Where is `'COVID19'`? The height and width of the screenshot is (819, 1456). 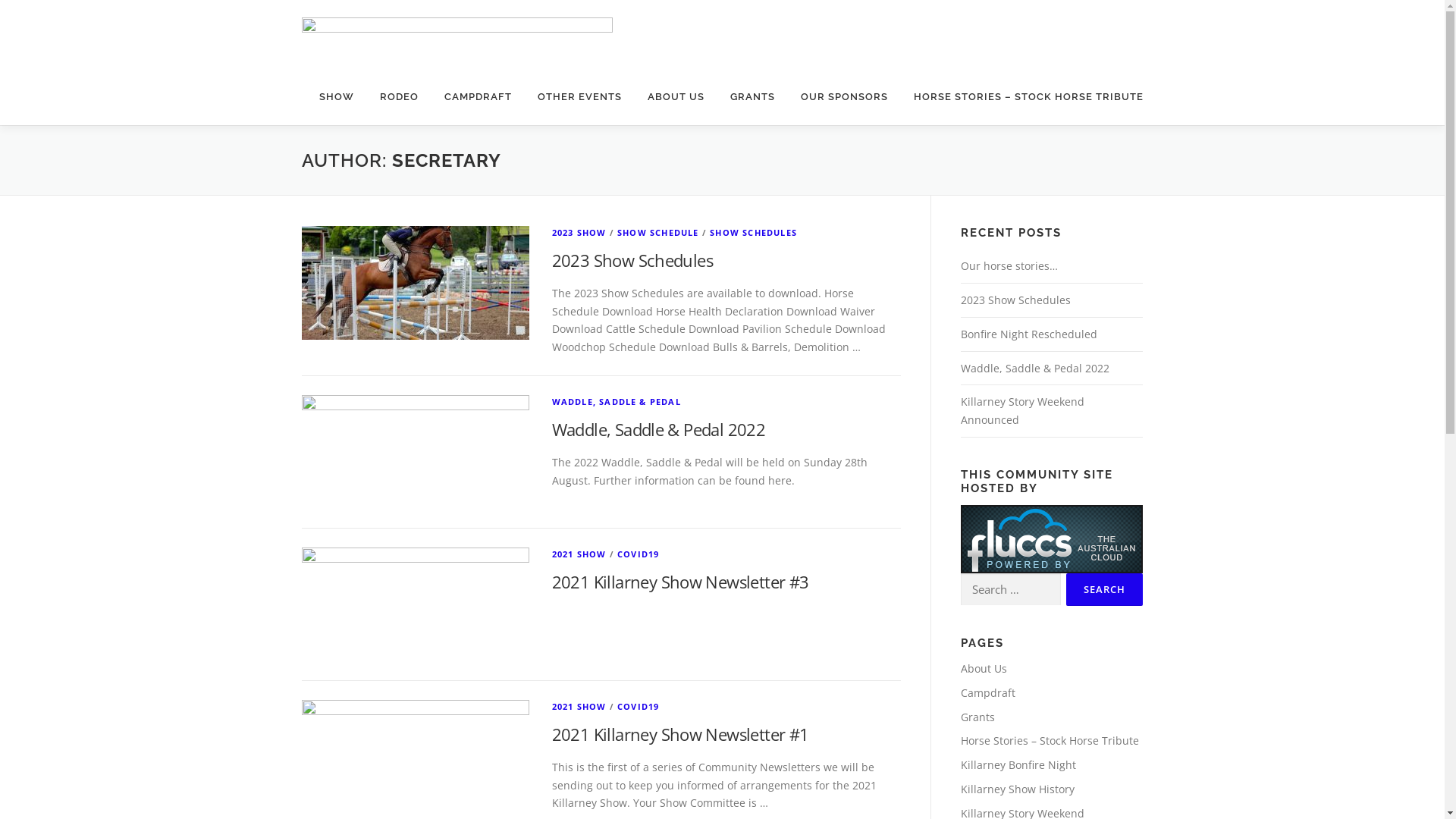
'COVID19' is located at coordinates (617, 554).